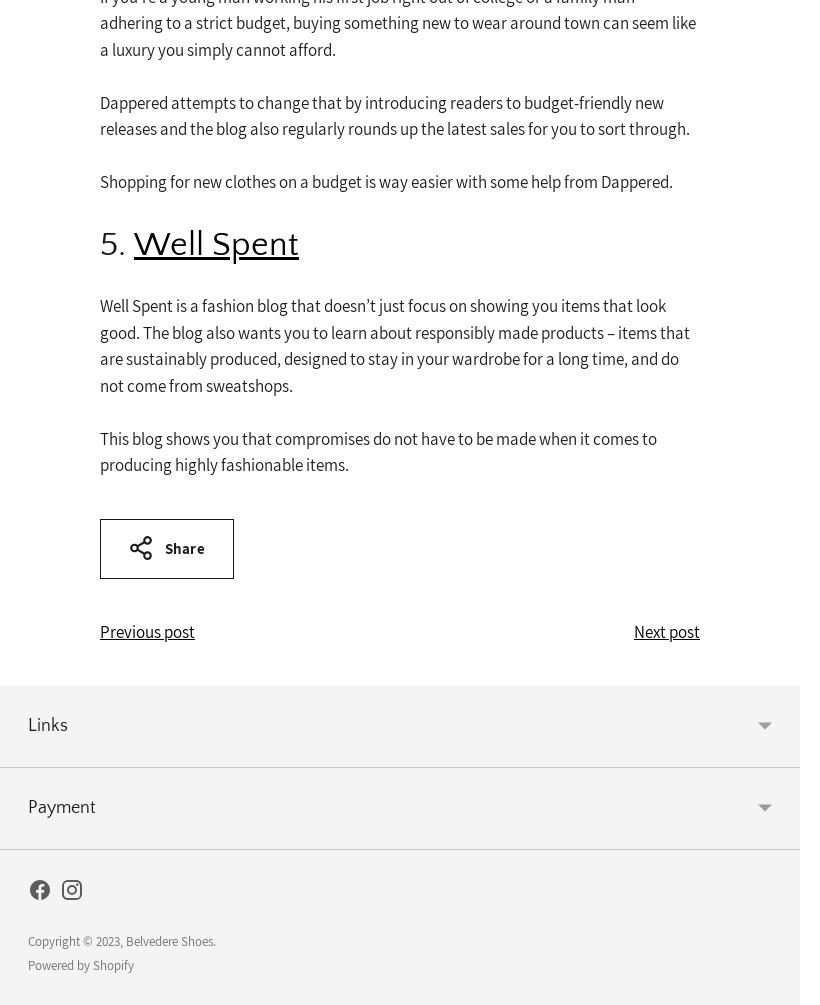 The height and width of the screenshot is (1005, 820). I want to click on 'Shopping for new clothes on a budget is way easier with some help from Dappered.', so click(386, 181).